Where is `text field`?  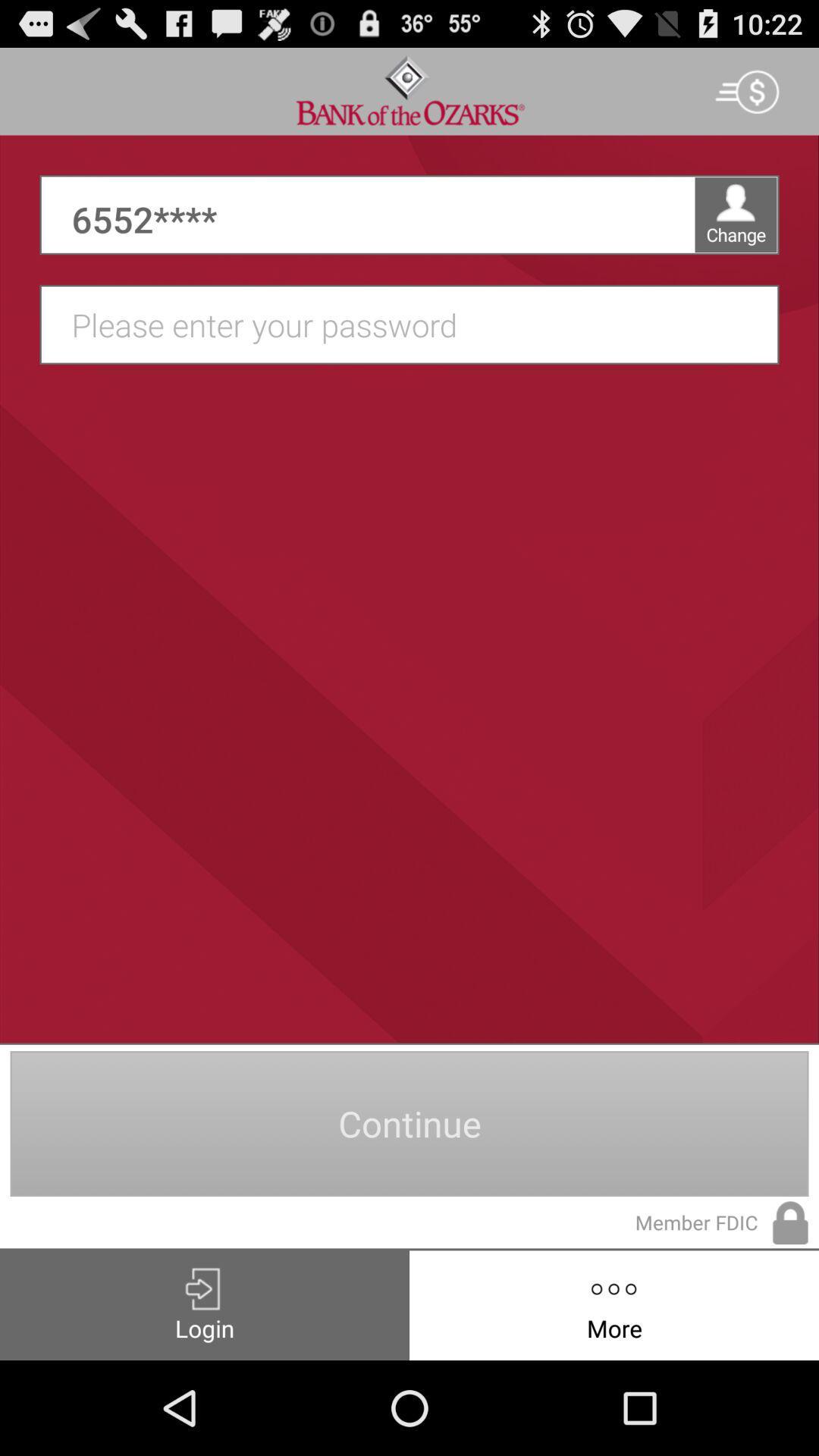
text field is located at coordinates (417, 324).